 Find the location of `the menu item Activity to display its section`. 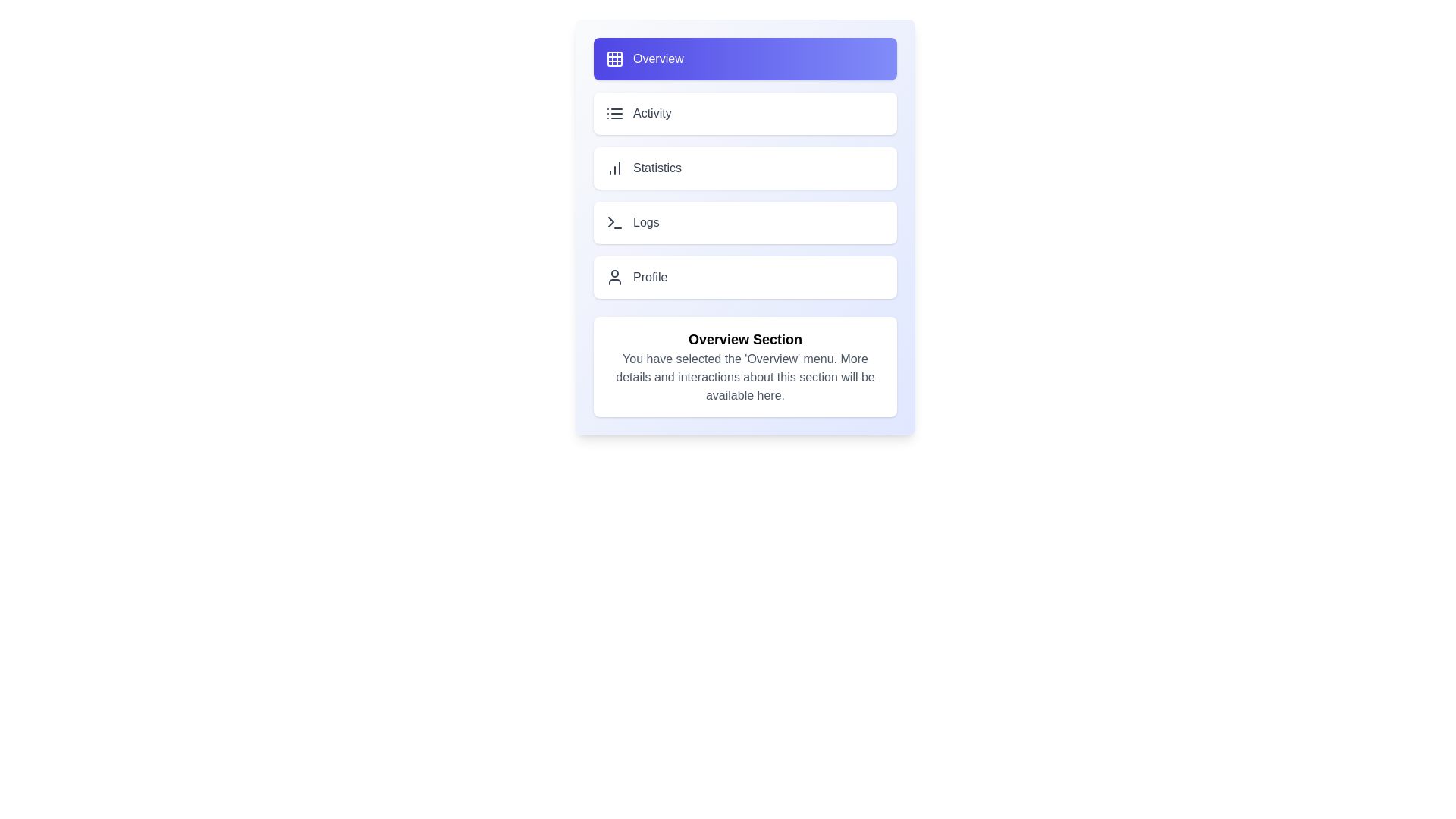

the menu item Activity to display its section is located at coordinates (745, 113).